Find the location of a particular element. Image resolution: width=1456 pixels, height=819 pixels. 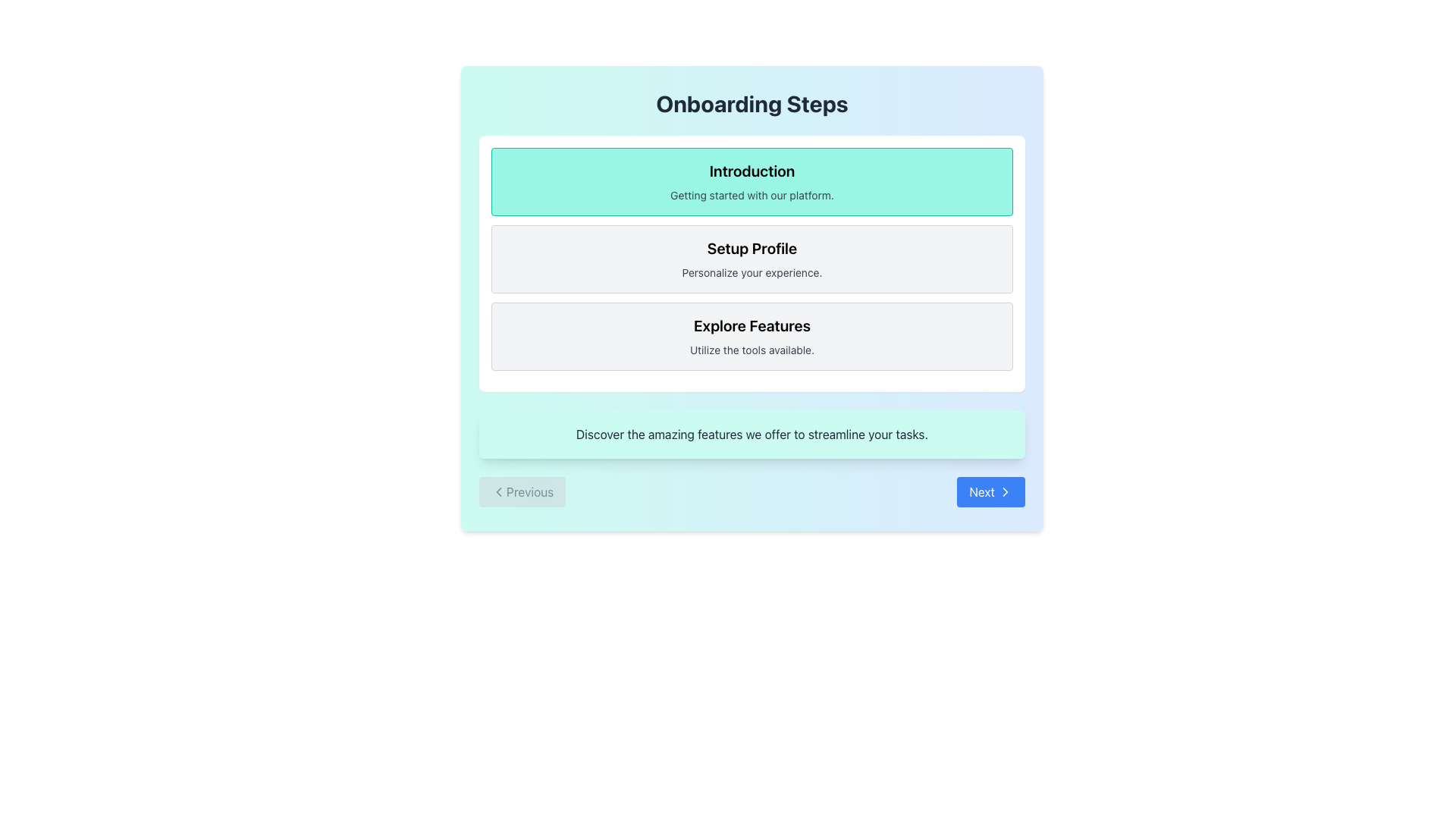

text contained in the Informational panel, which is the third panel in the onboarding sequence located beneath the 'Setup Profile' panel is located at coordinates (752, 335).